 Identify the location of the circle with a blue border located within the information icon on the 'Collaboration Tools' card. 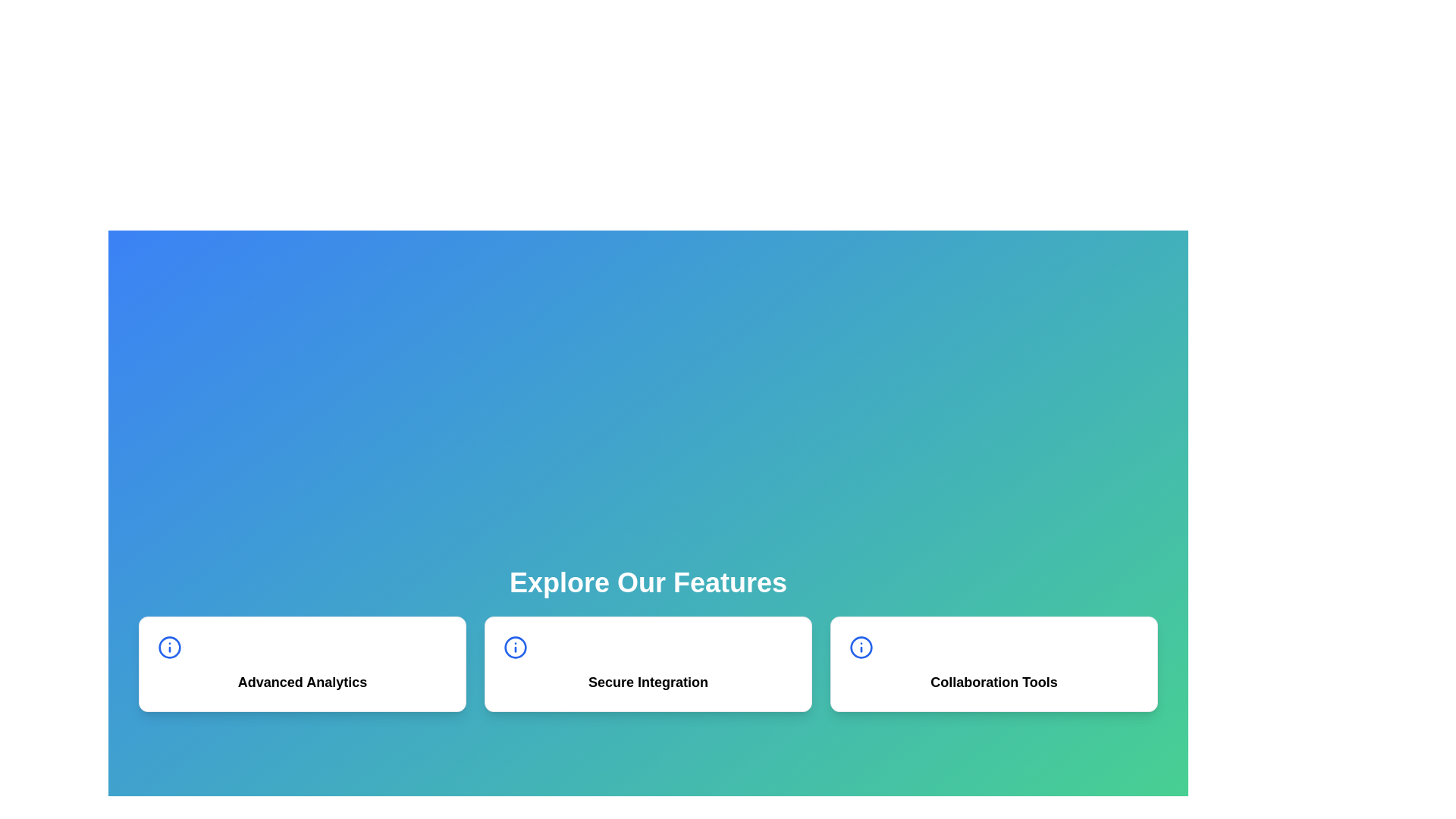
(861, 647).